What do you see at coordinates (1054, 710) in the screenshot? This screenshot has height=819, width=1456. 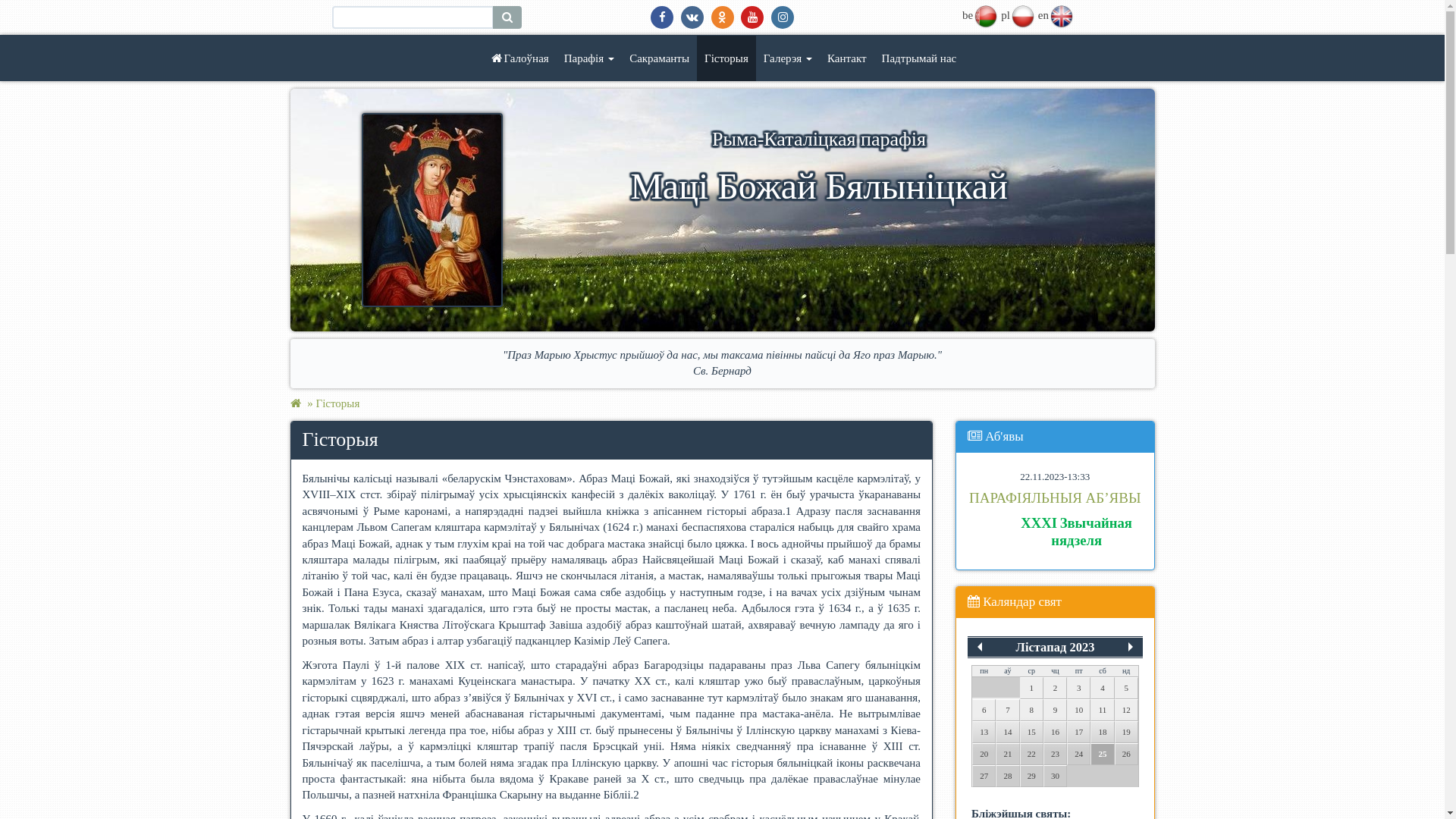 I see `'9'` at bounding box center [1054, 710].